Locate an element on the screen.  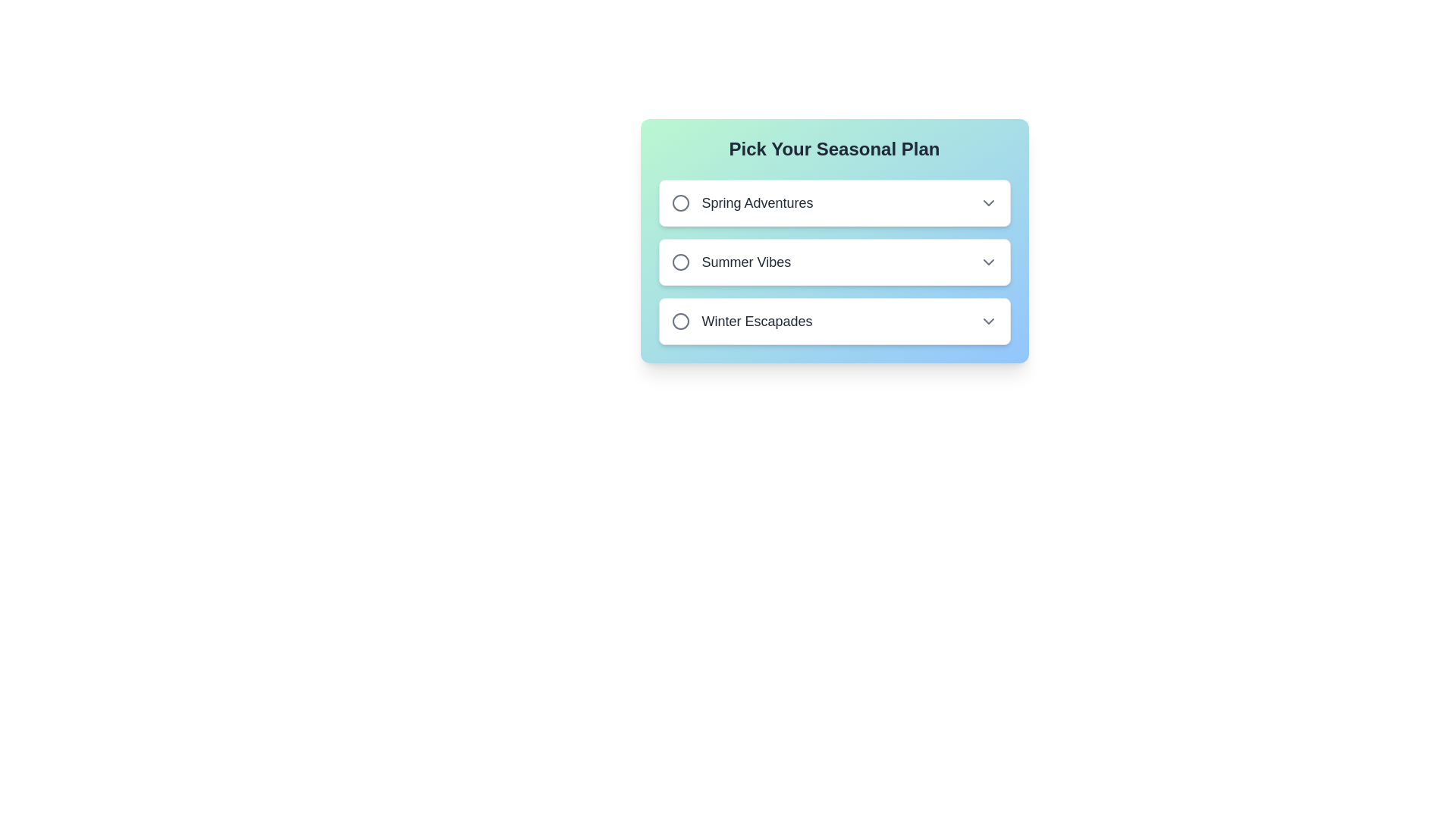
the radio button indicator for the 'Spring Adventures' option is located at coordinates (679, 202).